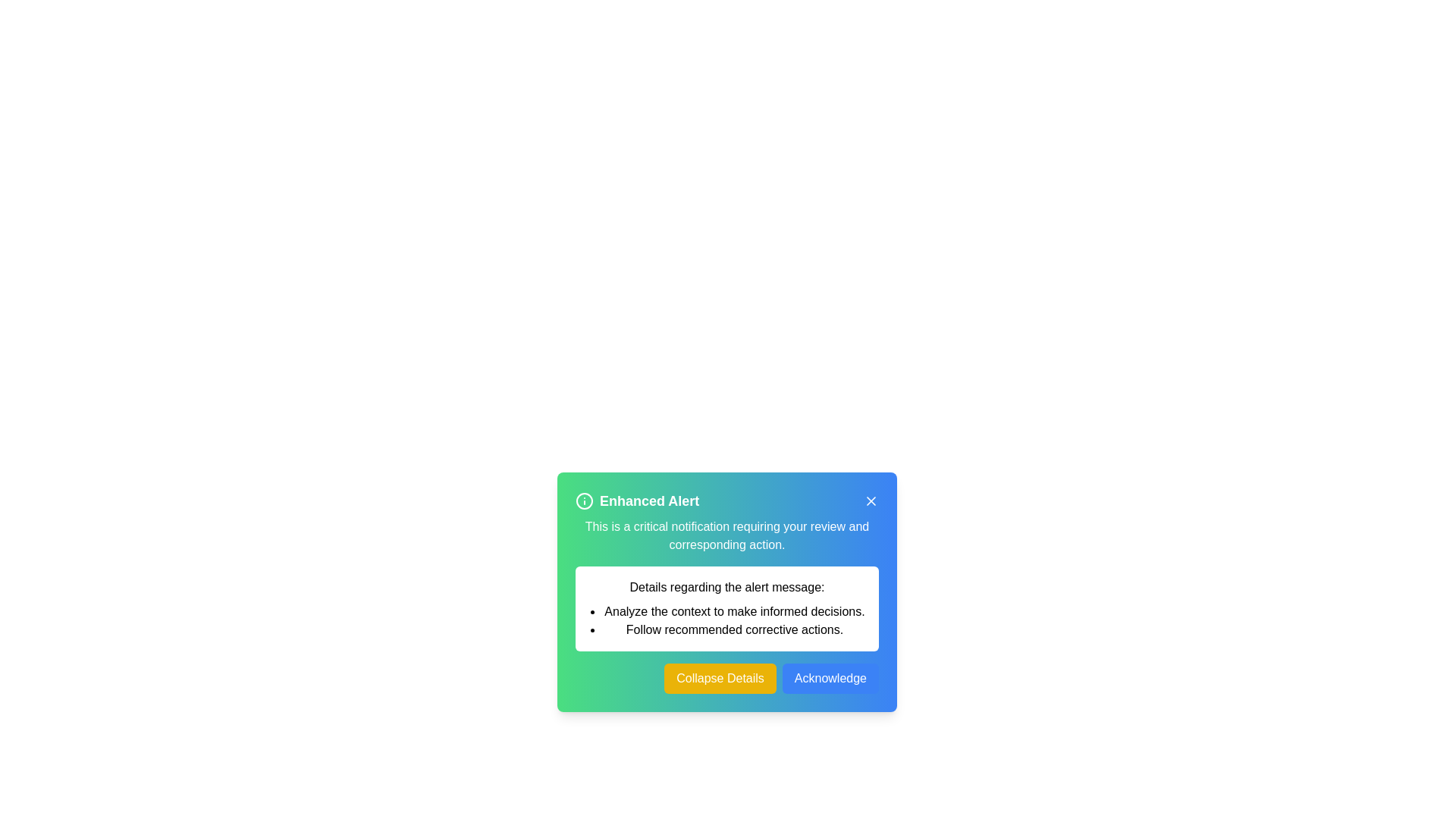 This screenshot has width=1456, height=819. I want to click on the text block displaying the message 'This is a critical notification requiring your review and corresponding action.' by reading the message, so click(726, 535).